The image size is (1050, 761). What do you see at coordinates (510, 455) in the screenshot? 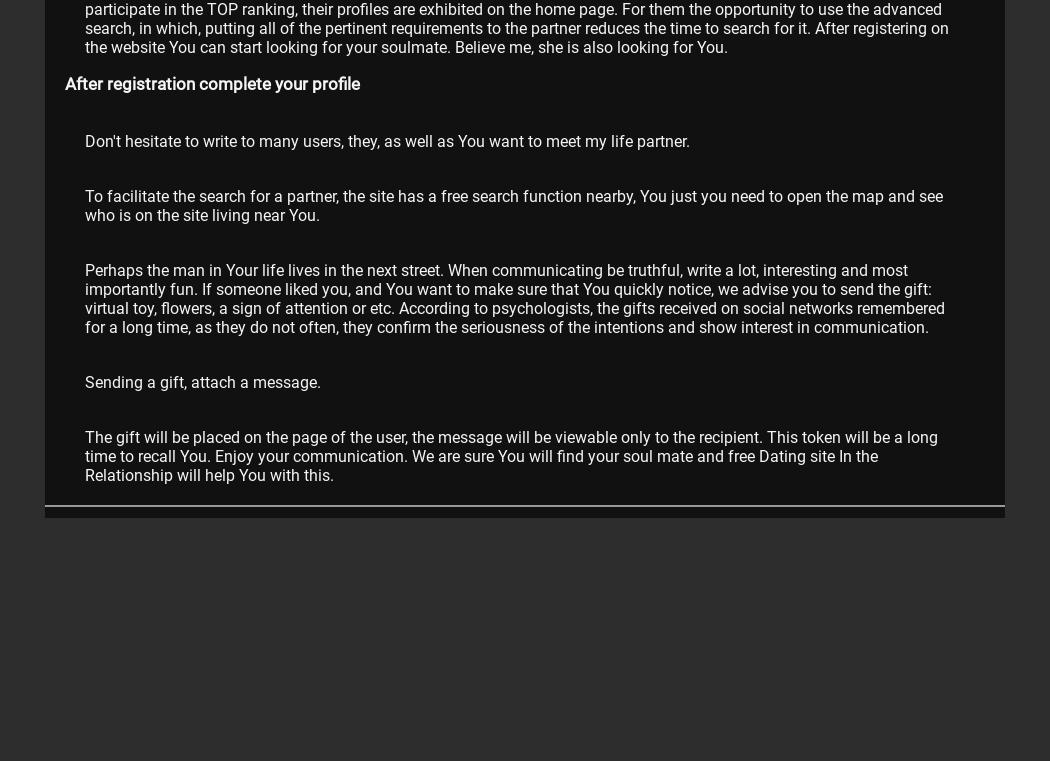
I see `'The gift will be placed on the page of the user, the message will be viewable only to the recipient. This token will be a long time to recall You. Enjoy your communication. We are sure You will find your soul mate and free Dating site In the Relationship will help You with this.'` at bounding box center [510, 455].